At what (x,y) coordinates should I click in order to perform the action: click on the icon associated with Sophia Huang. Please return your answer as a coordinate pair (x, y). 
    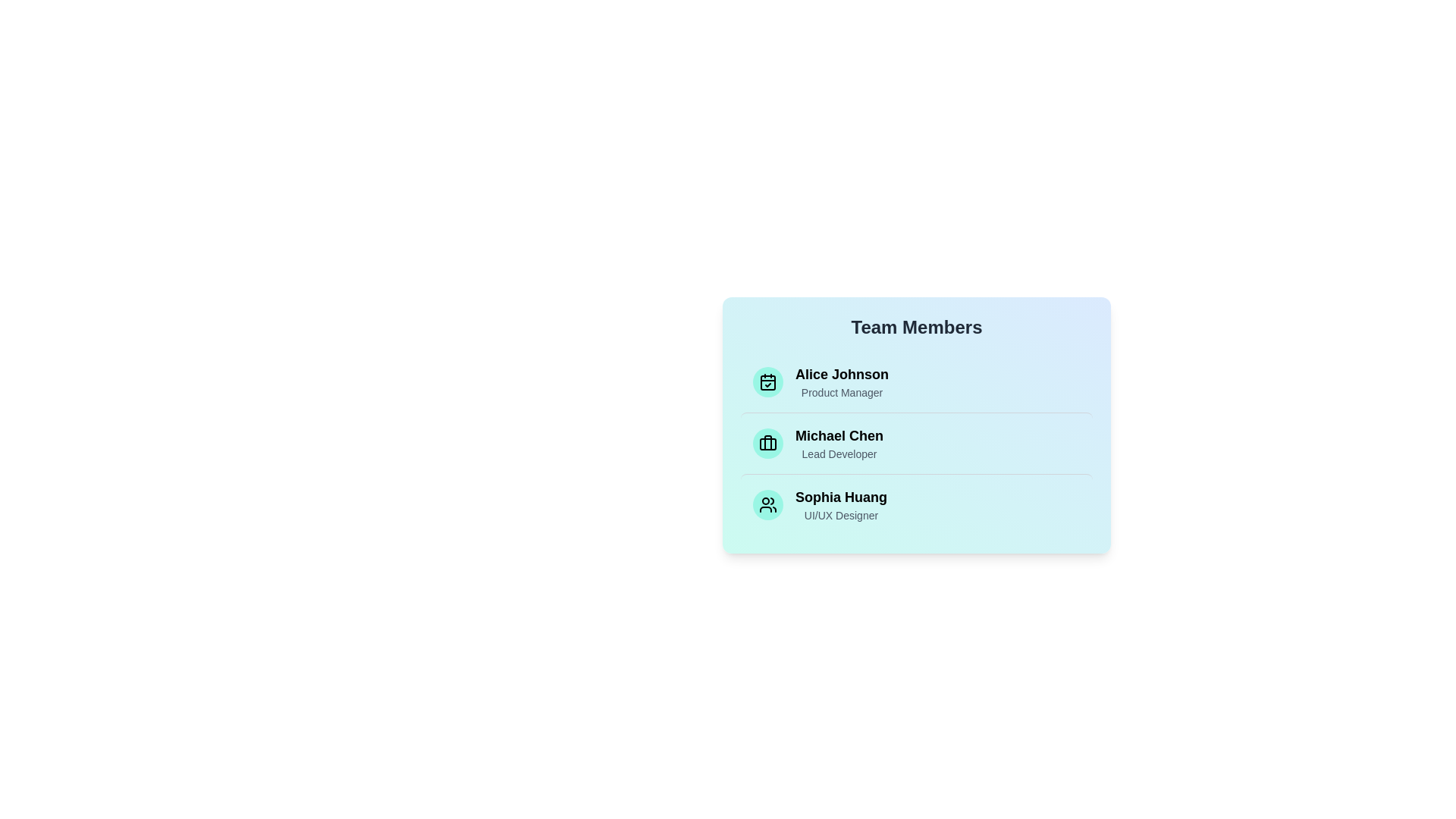
    Looking at the image, I should click on (767, 505).